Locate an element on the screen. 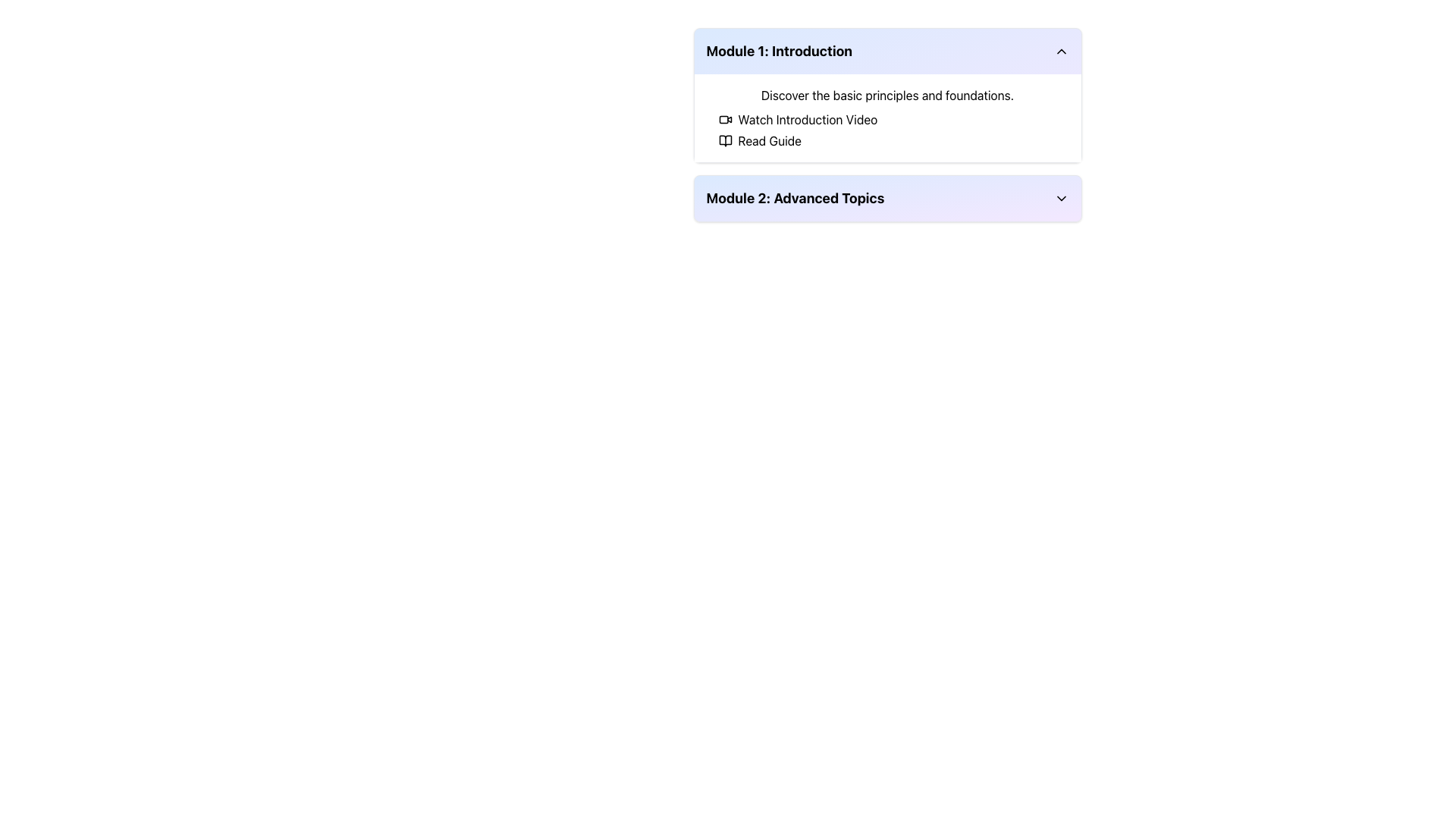 The width and height of the screenshot is (1456, 819). the bold, large-sized text element that reads 'Module 1: Introduction' is located at coordinates (779, 51).